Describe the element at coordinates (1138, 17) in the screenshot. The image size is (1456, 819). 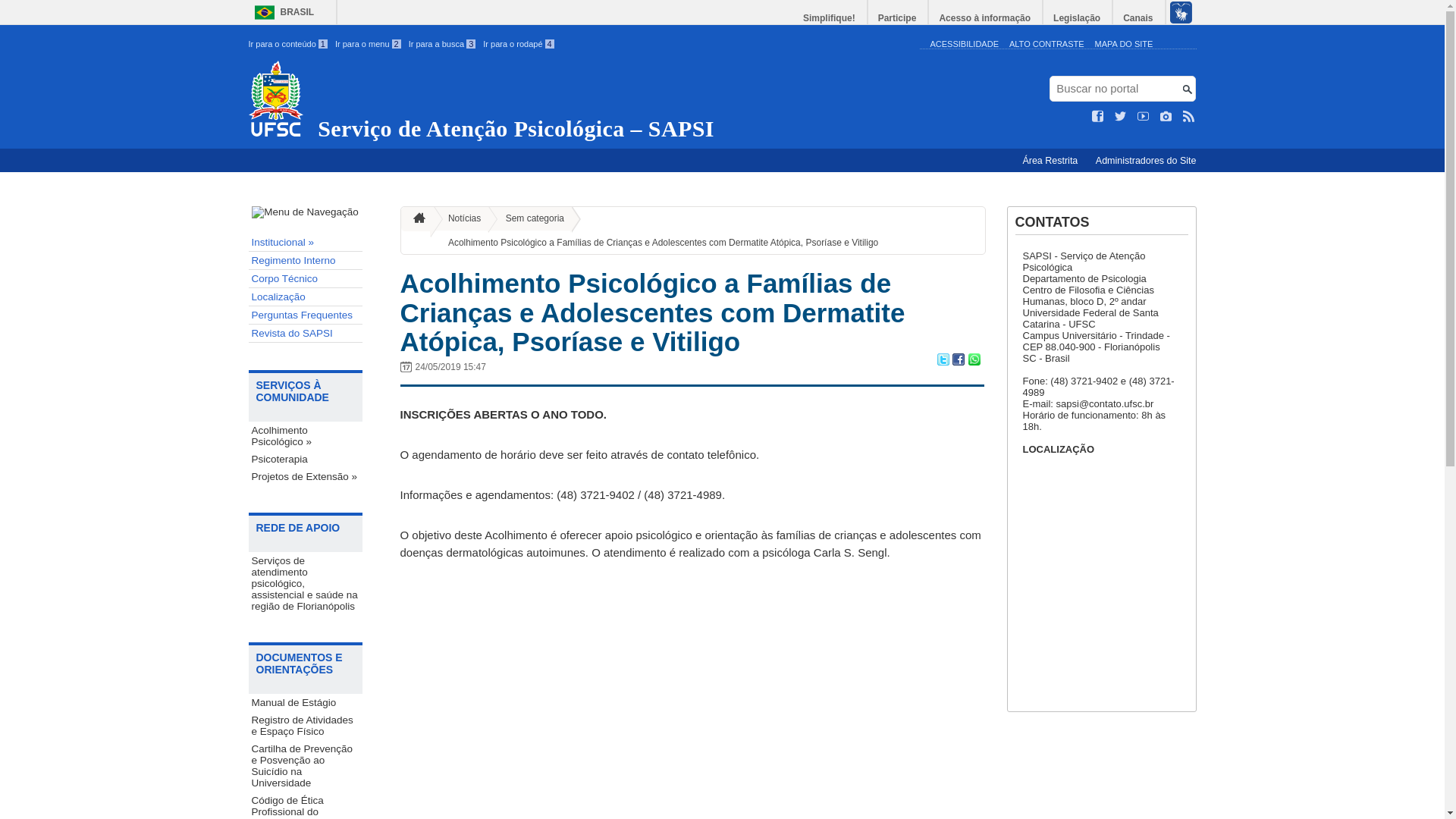
I see `'Canais'` at that location.